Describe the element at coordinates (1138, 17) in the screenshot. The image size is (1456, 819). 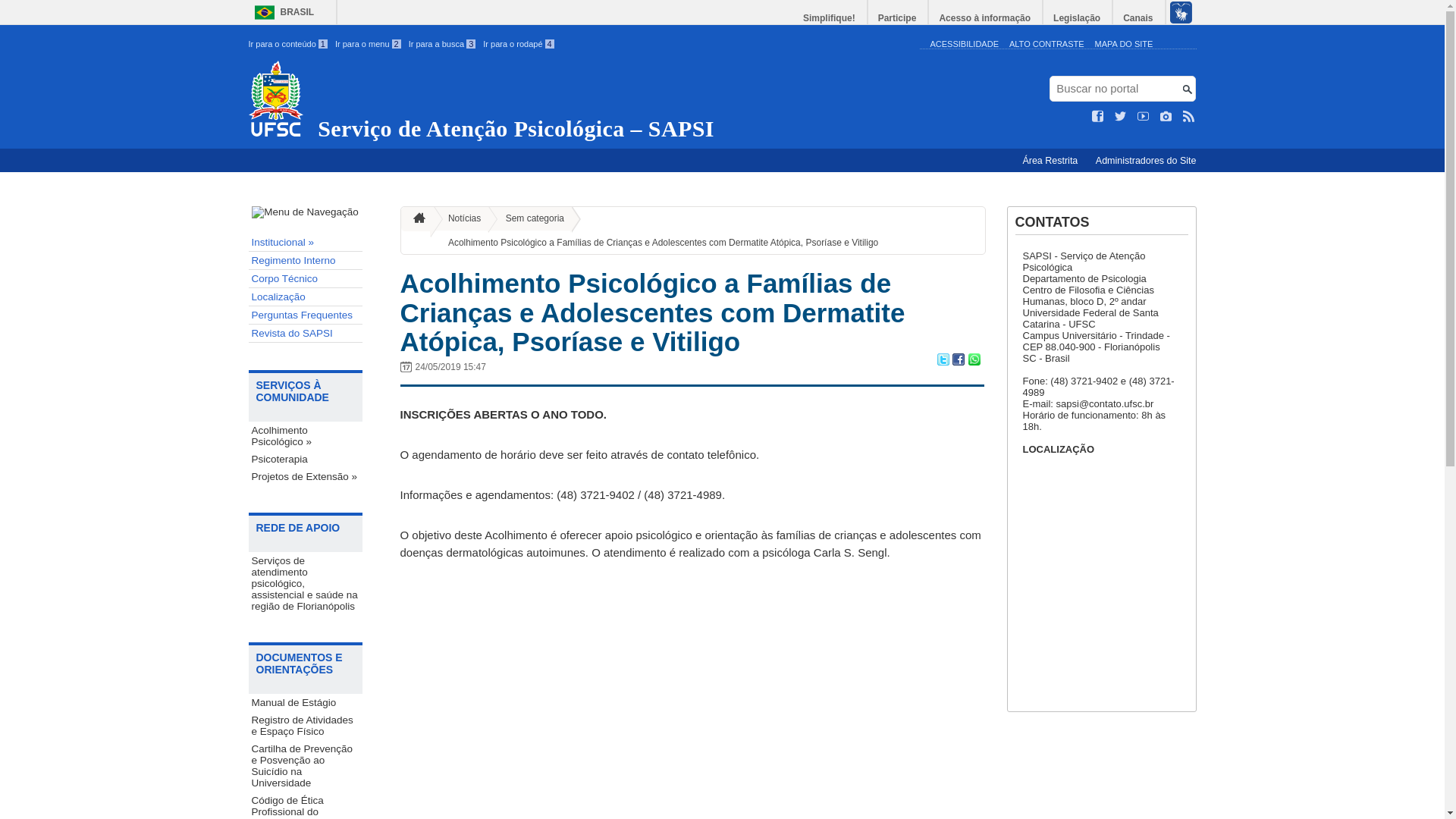
I see `'Canais'` at that location.